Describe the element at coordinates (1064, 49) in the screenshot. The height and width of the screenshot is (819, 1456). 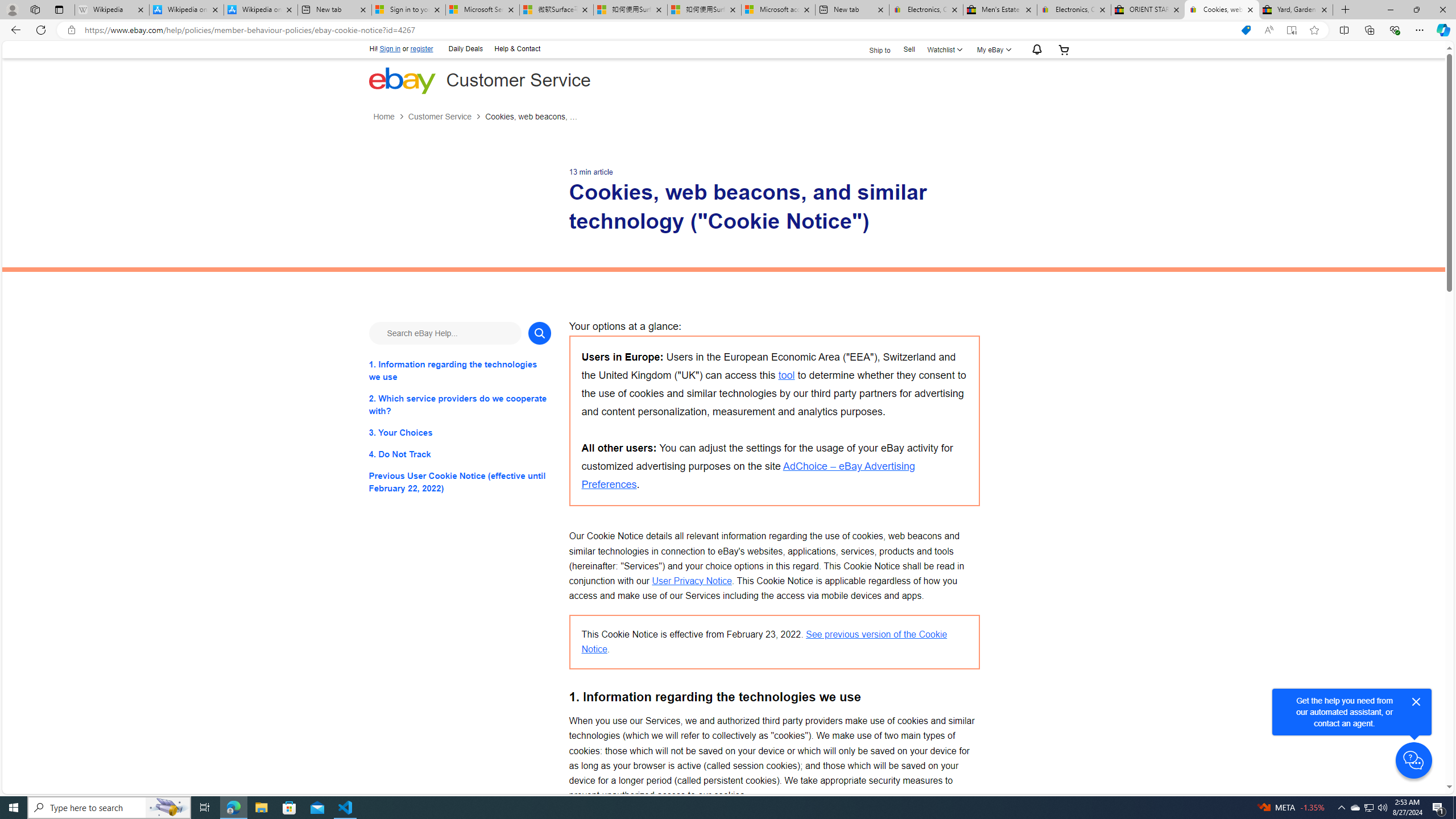
I see `'Expand Cart'` at that location.